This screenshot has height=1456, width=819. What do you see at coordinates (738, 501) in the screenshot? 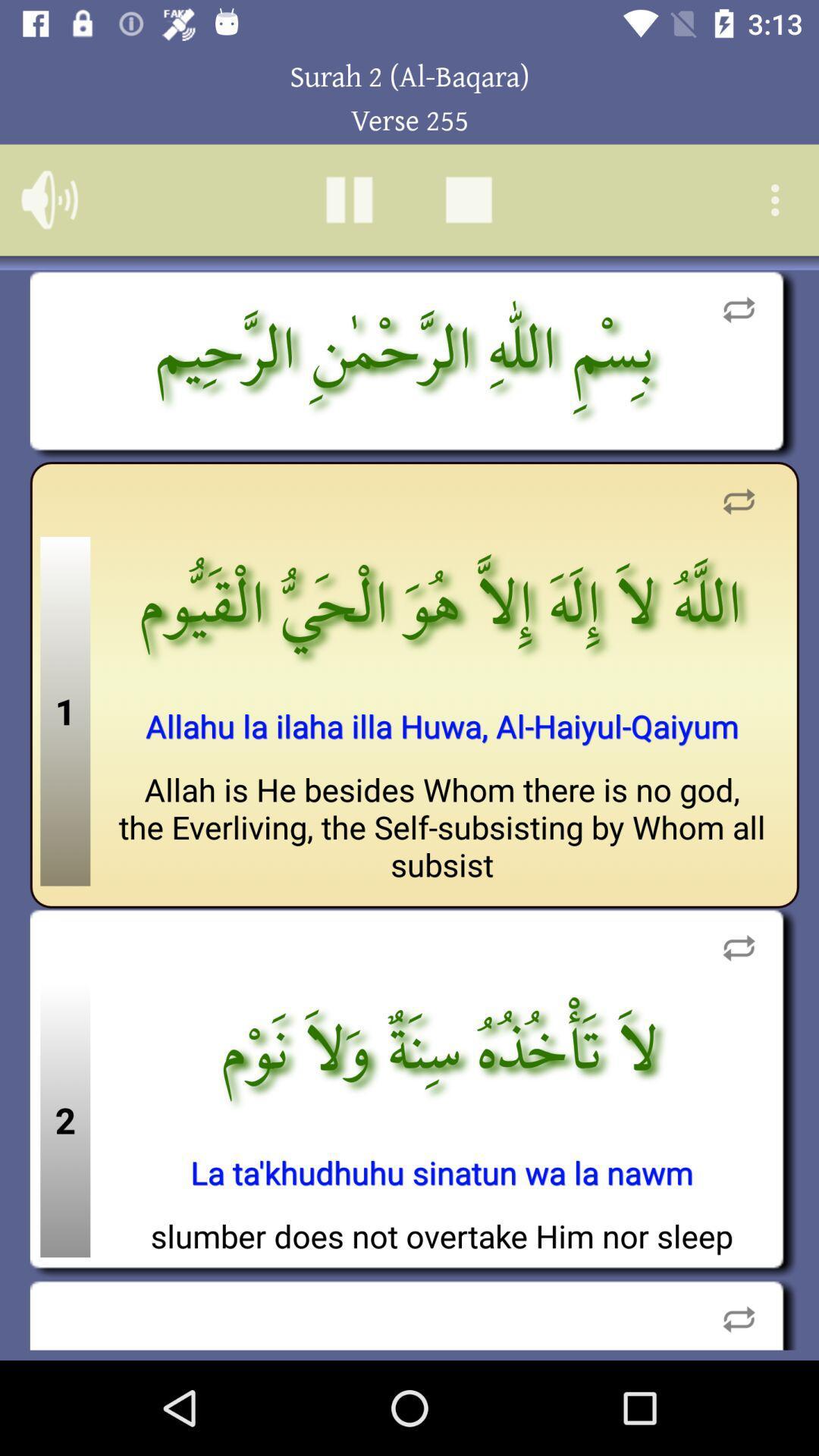
I see `switch` at bounding box center [738, 501].